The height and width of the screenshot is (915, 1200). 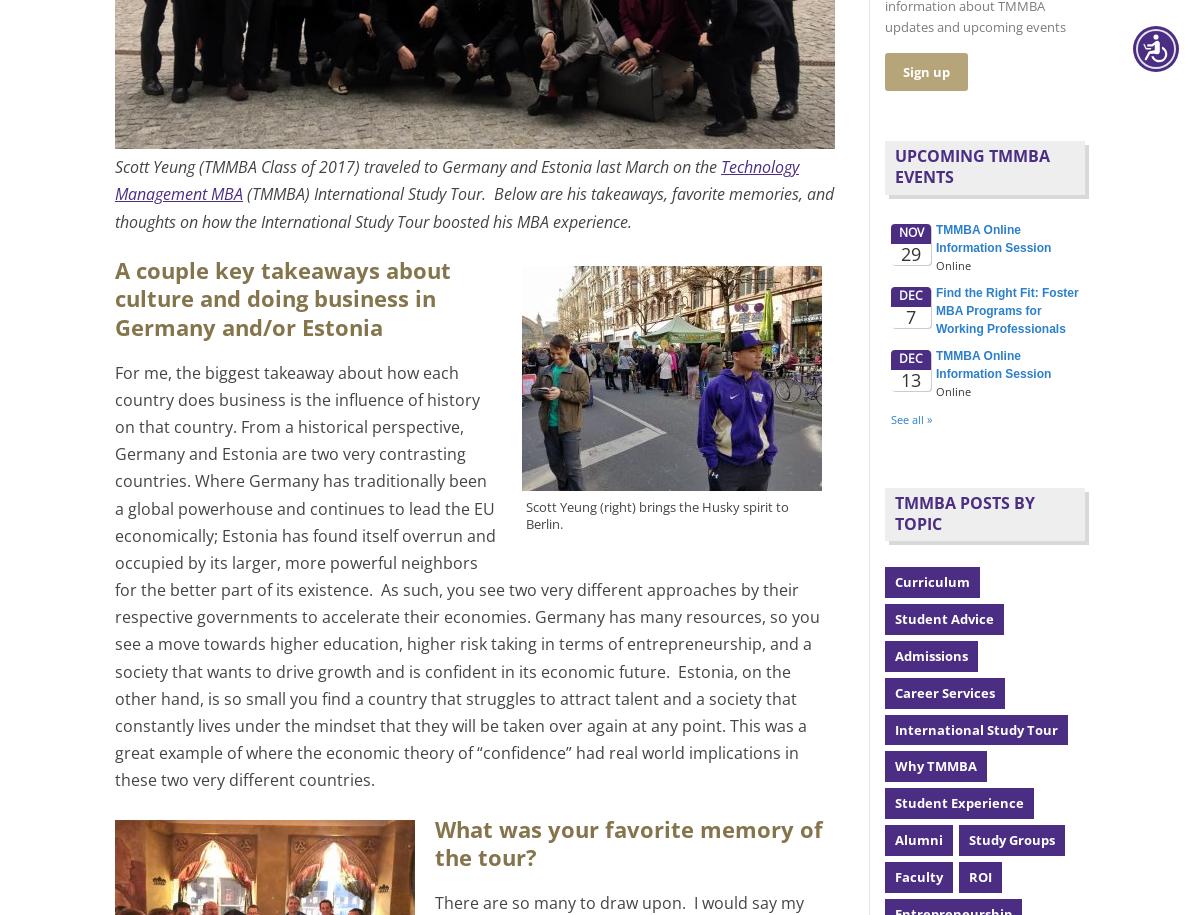 I want to click on 'International Study Tour', so click(x=976, y=728).